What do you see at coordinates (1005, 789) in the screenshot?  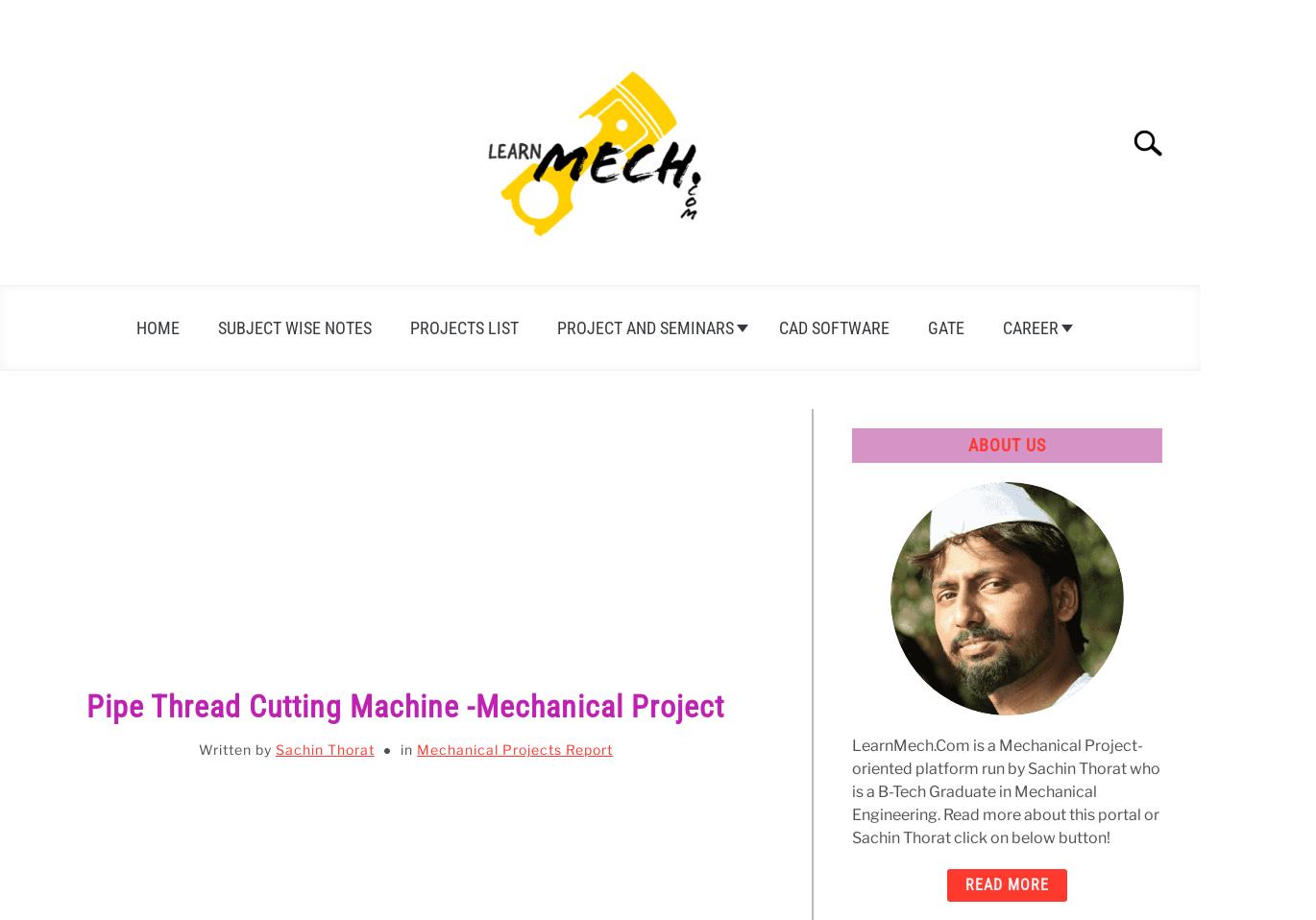 I see `'LearnMech.Com is a Mechanical Project-oriented platform run by Sachin Thorat who is a B-Tech Graduate in Mechanical Engineering. Read more about this portal or Sachin Thorat click on below button!'` at bounding box center [1005, 789].